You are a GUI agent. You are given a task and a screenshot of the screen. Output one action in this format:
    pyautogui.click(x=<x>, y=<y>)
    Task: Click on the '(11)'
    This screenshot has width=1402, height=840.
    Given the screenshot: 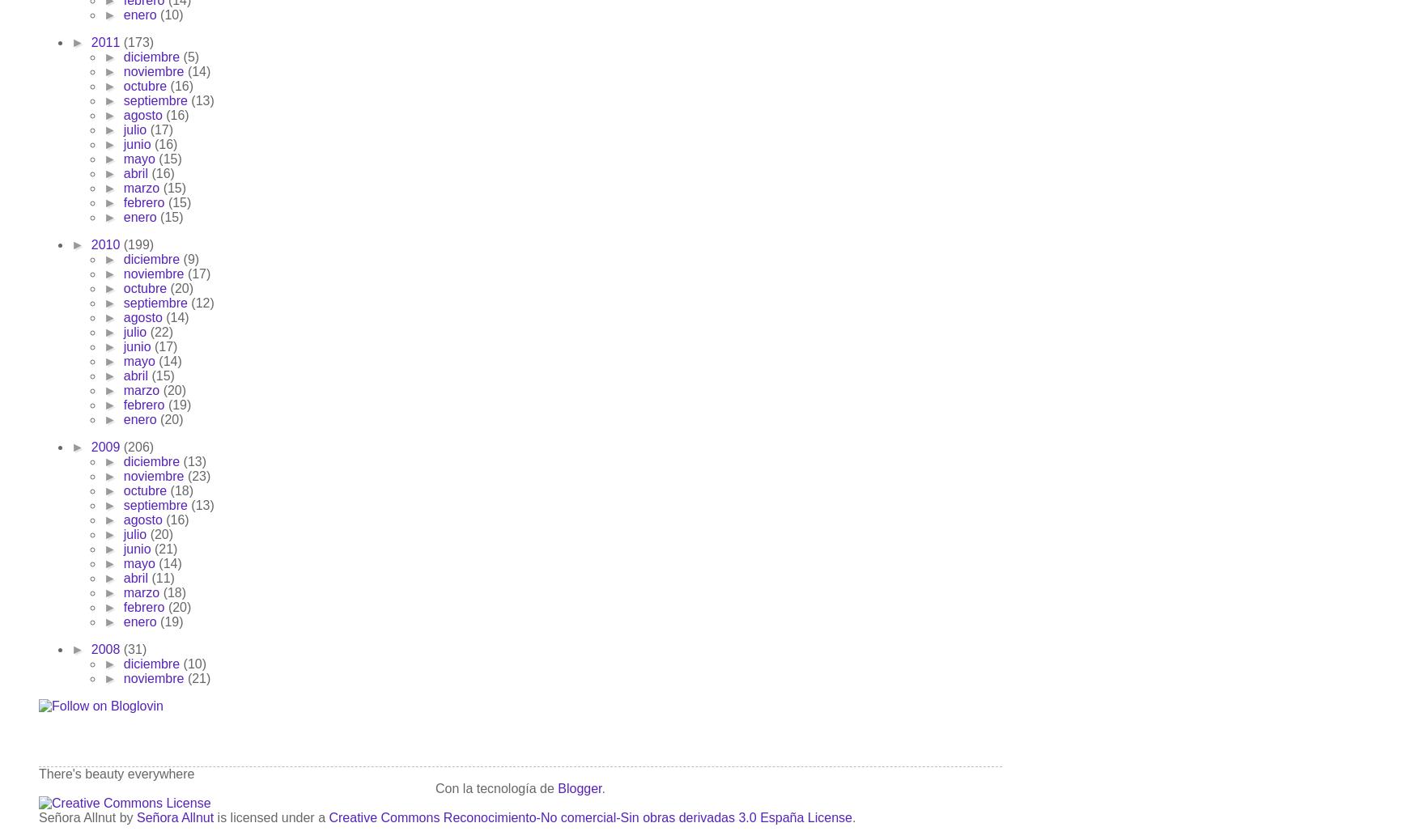 What is the action you would take?
    pyautogui.click(x=163, y=576)
    